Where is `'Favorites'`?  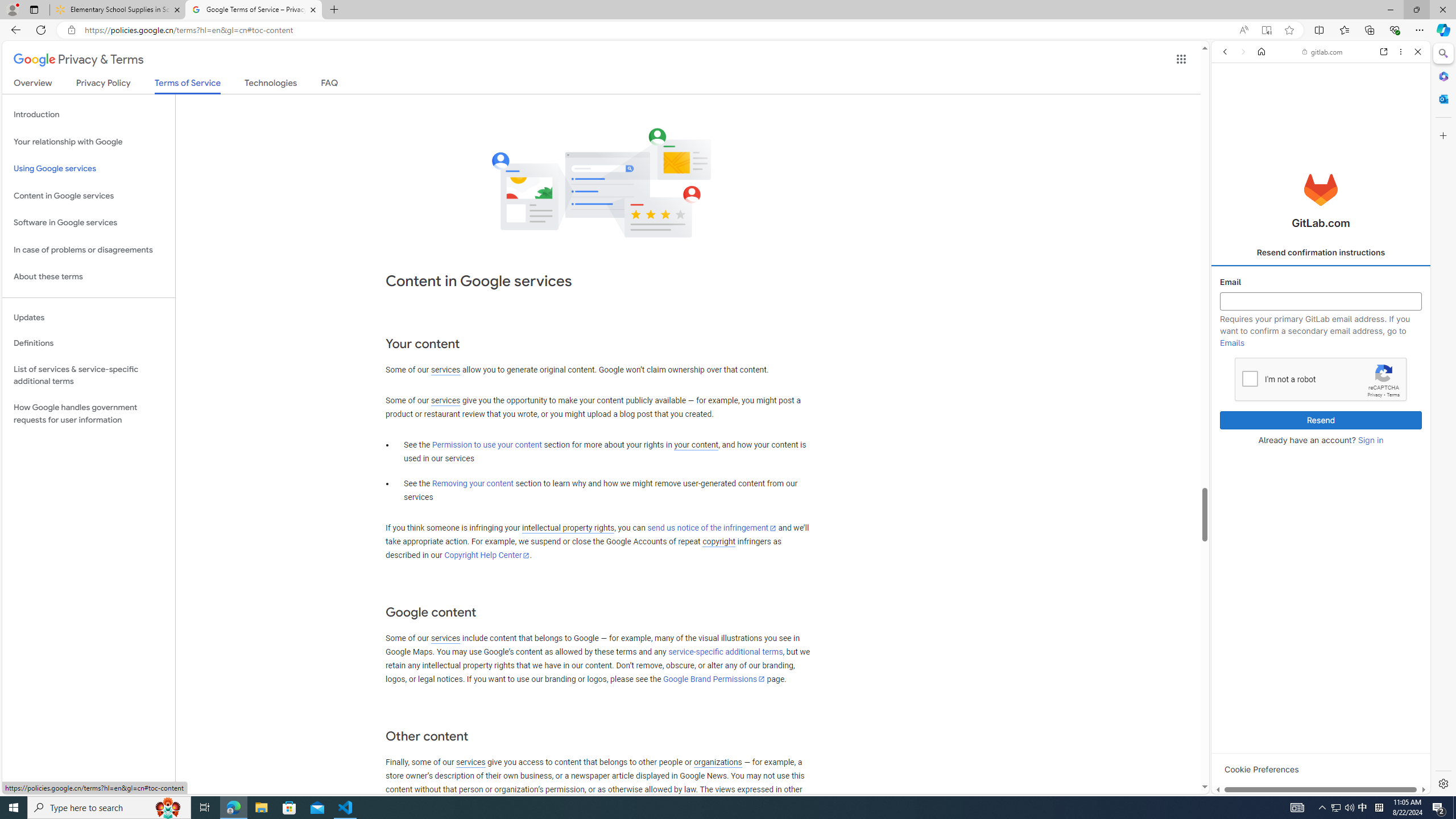
'Favorites' is located at coordinates (1345, 29).